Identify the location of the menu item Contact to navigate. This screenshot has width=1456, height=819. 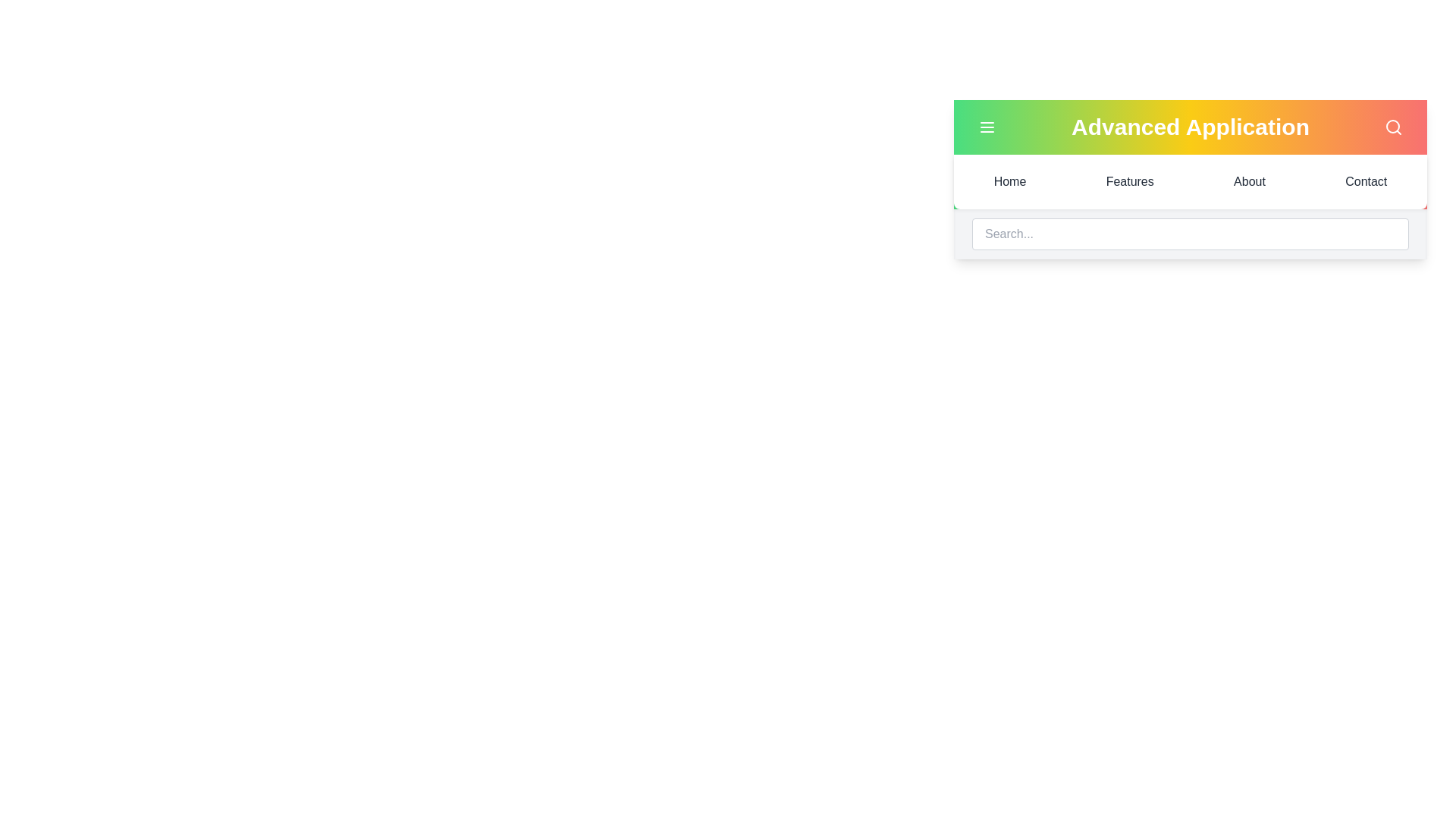
(1366, 180).